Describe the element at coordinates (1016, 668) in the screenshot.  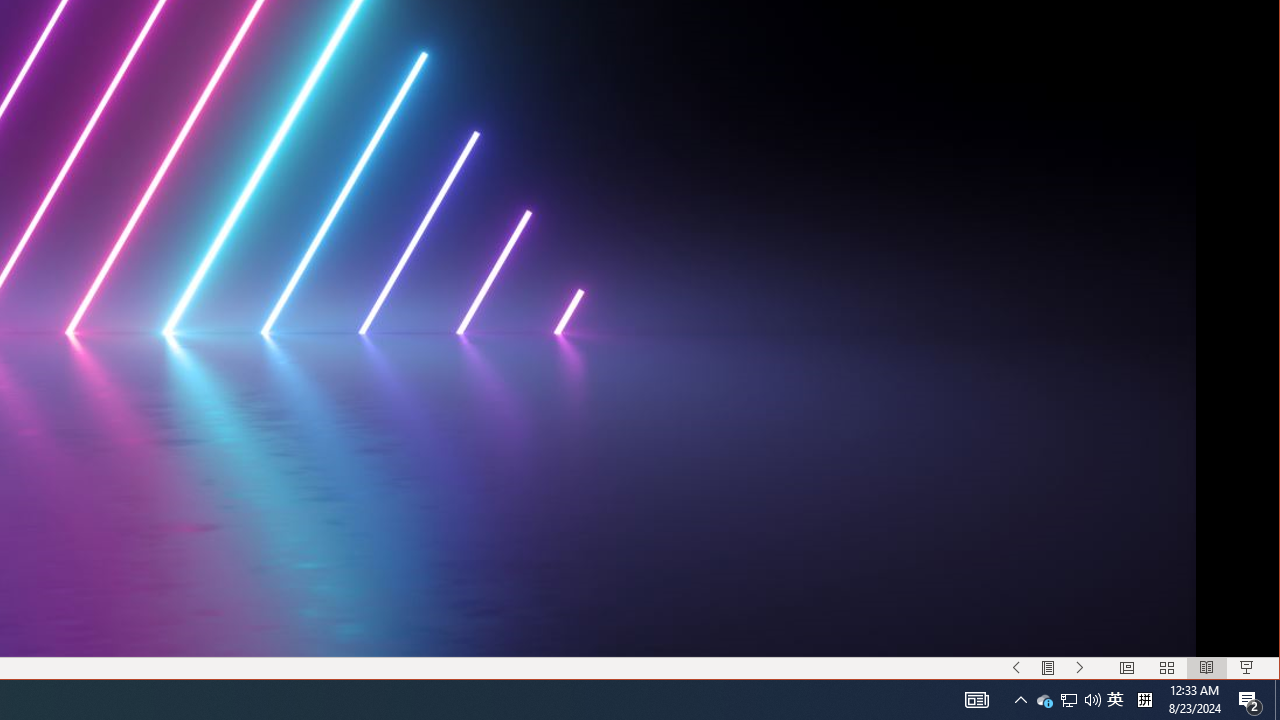
I see `'Slide Show Previous On'` at that location.